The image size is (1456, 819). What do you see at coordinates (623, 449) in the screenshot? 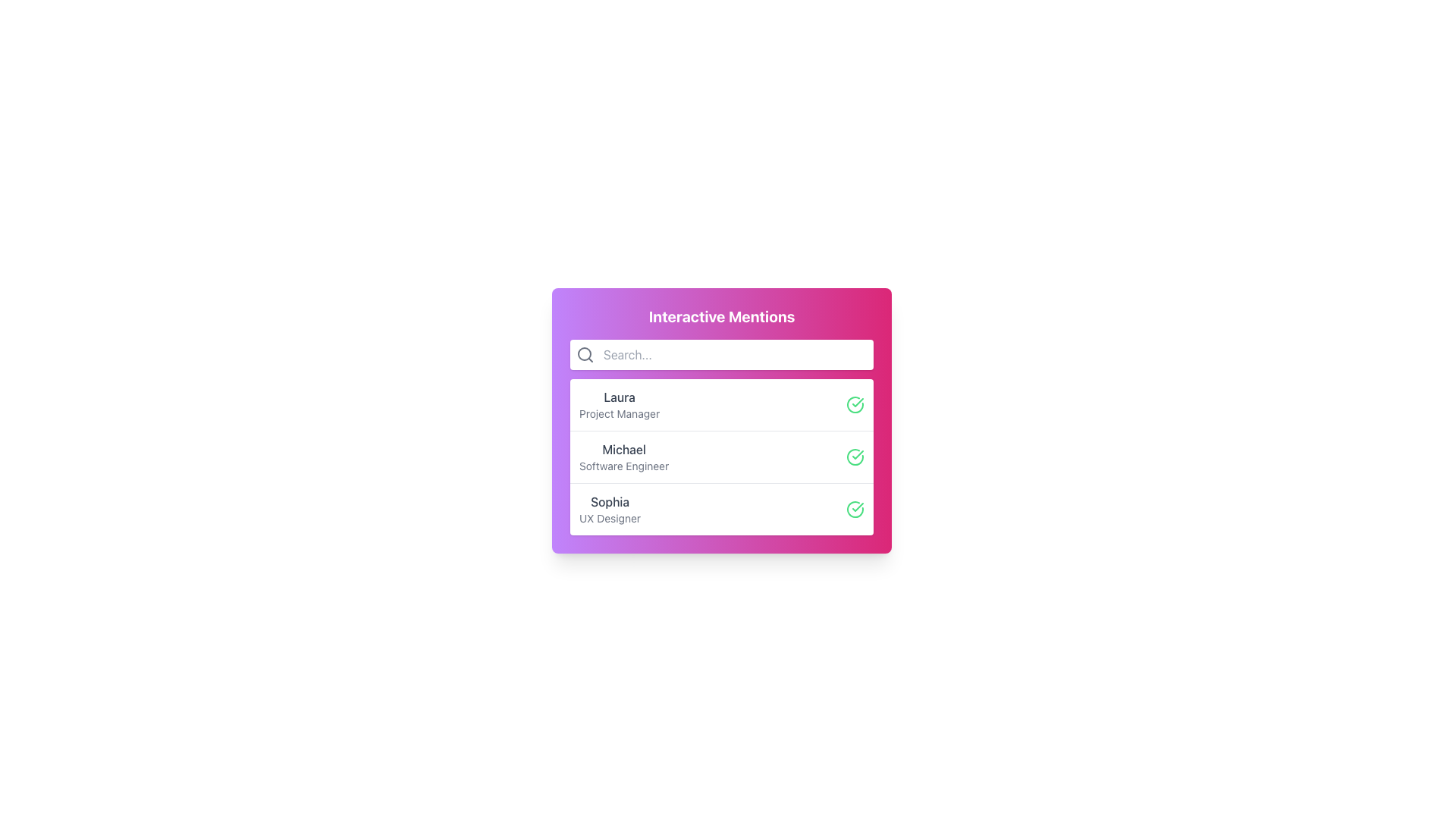
I see `the text label displaying 'Michael', which is styled in gray and positioned under the 'Interactive Mentions' heading, above 'Software Engineer'` at bounding box center [623, 449].